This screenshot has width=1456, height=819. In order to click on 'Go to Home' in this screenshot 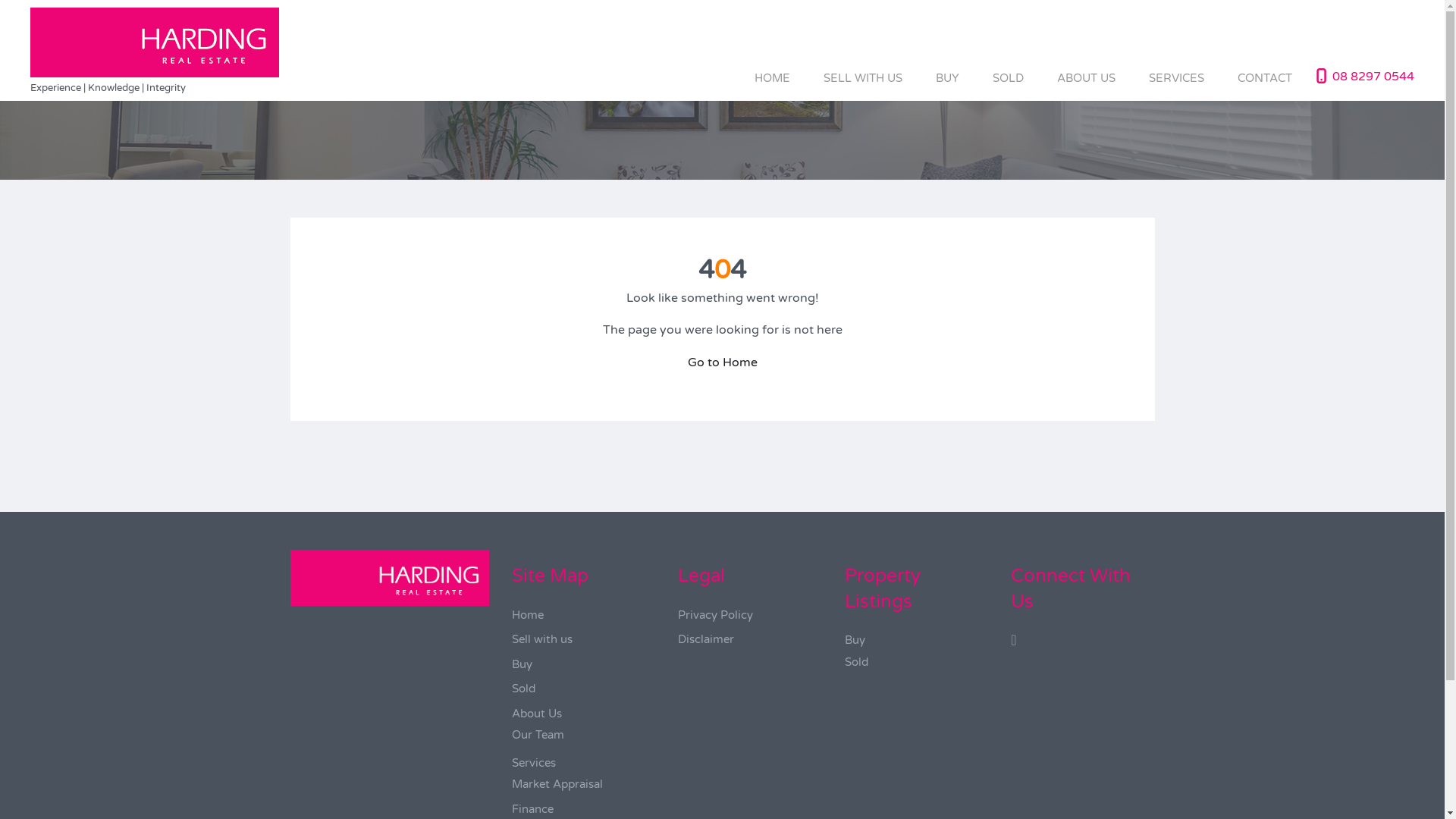, I will do `click(686, 362)`.